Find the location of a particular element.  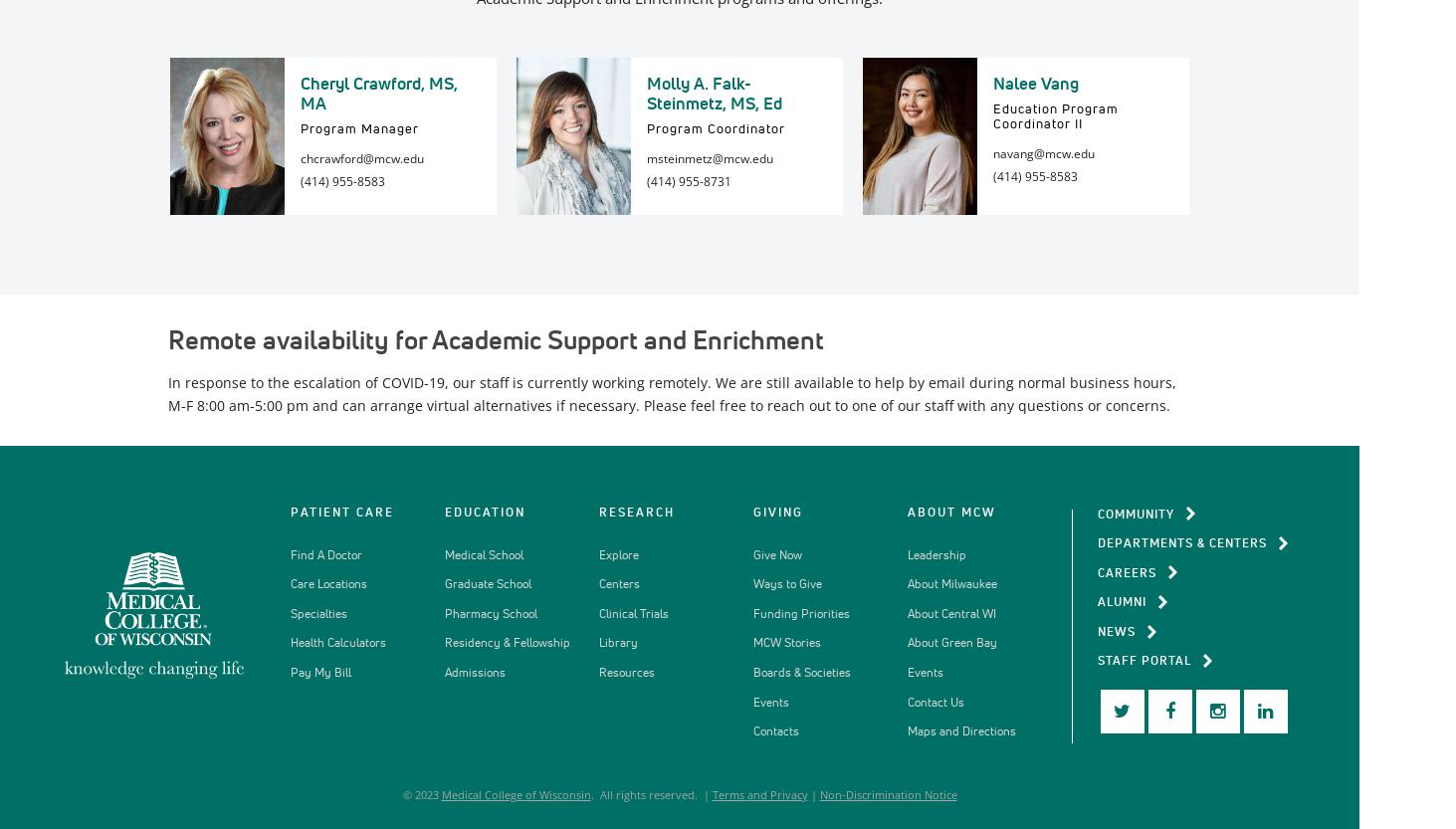

'Education Program Coordinator II' is located at coordinates (1053, 114).